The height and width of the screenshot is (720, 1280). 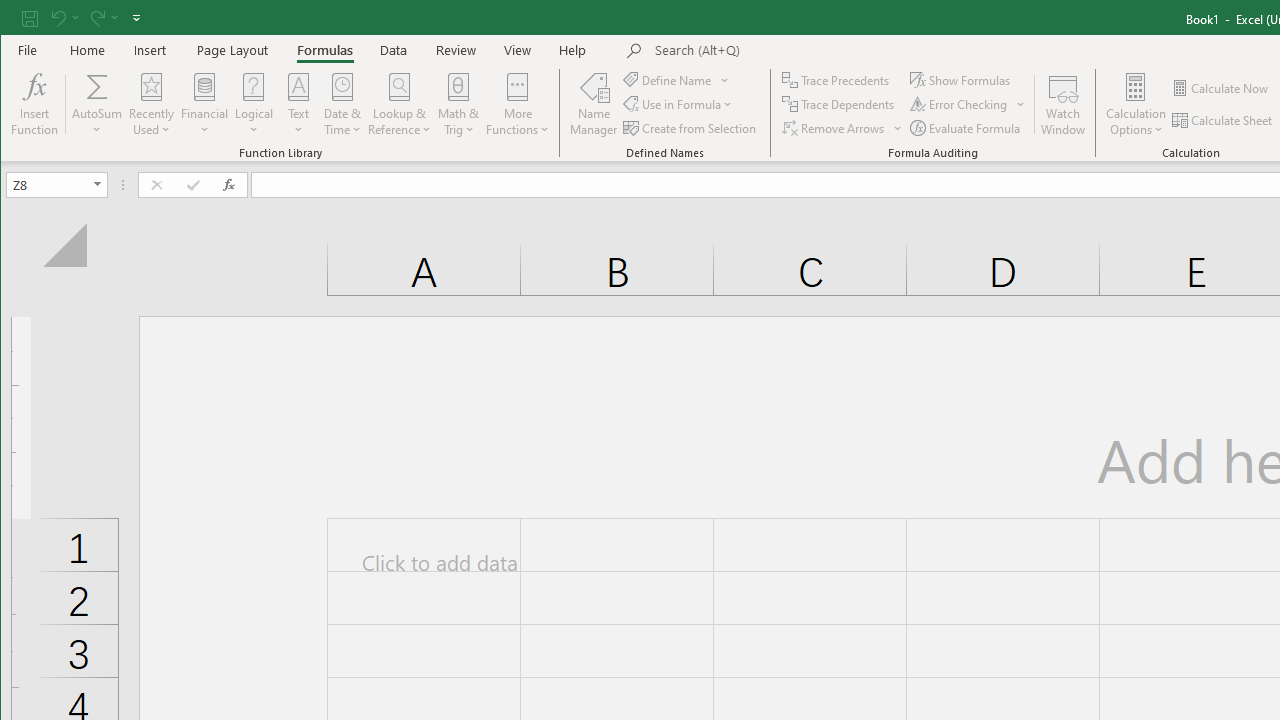 I want to click on 'Show Formulas', so click(x=962, y=79).